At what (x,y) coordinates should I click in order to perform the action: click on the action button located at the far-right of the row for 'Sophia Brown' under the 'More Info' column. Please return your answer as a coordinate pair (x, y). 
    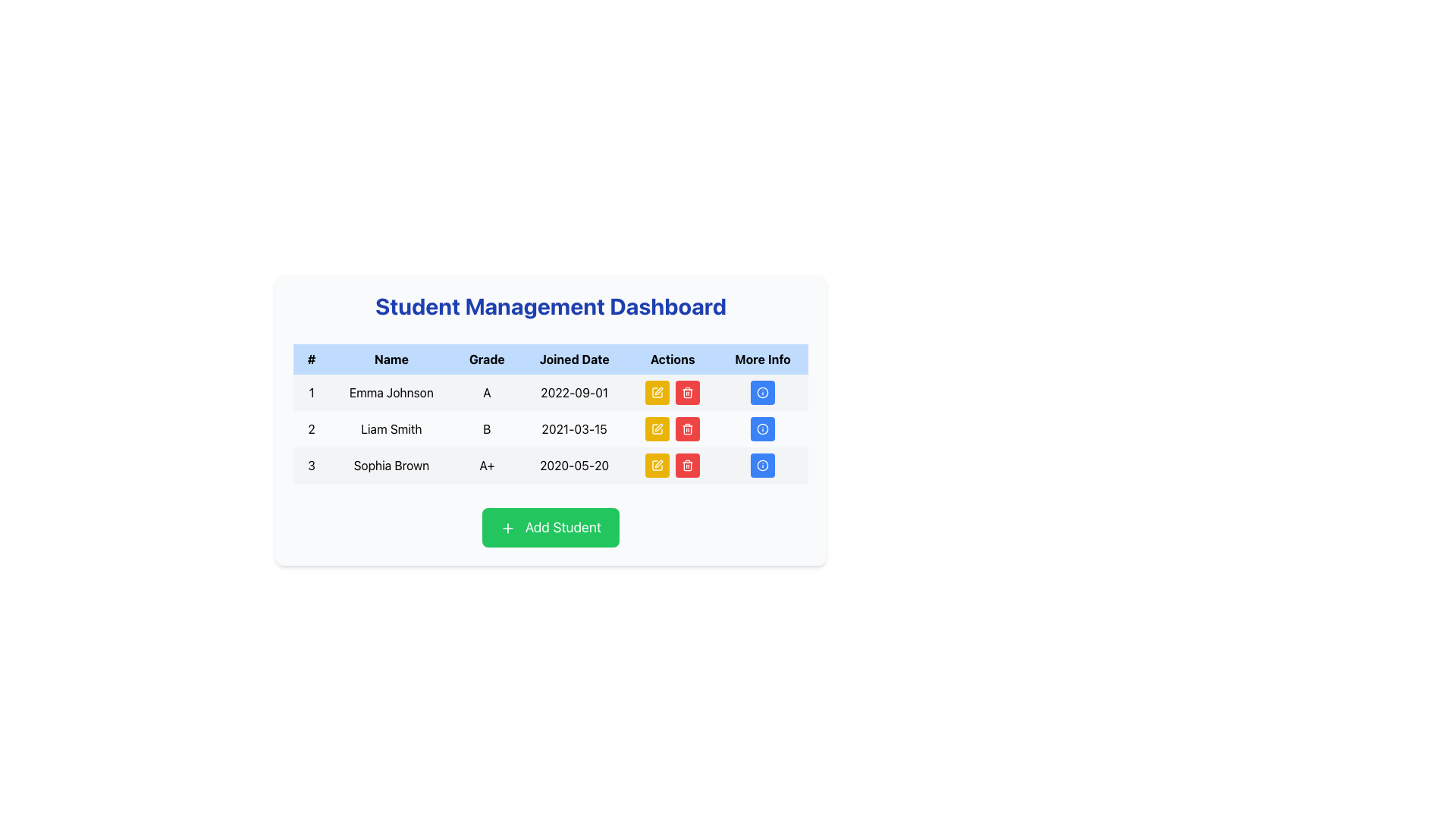
    Looking at the image, I should click on (763, 464).